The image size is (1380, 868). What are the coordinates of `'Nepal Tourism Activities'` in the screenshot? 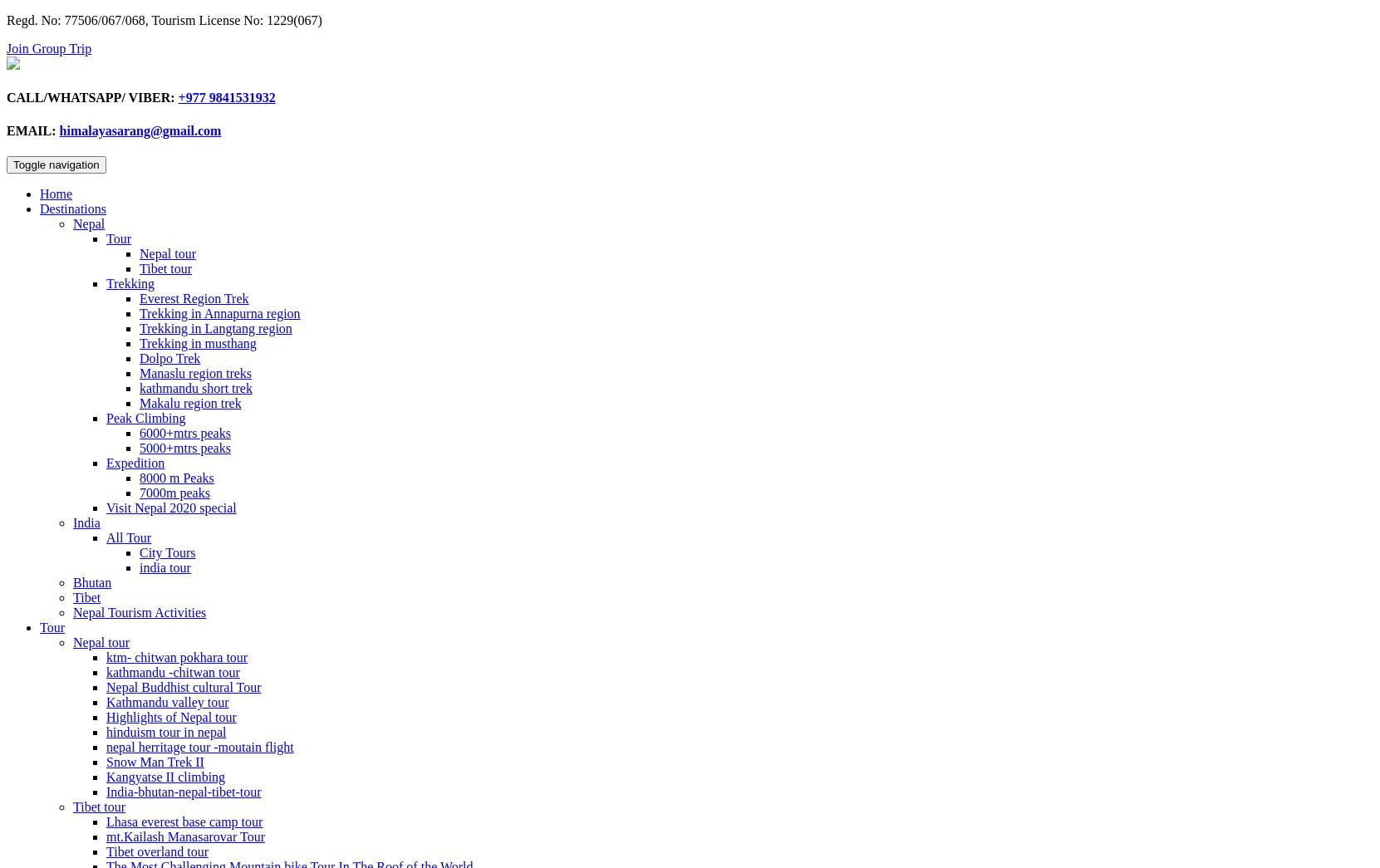 It's located at (139, 611).